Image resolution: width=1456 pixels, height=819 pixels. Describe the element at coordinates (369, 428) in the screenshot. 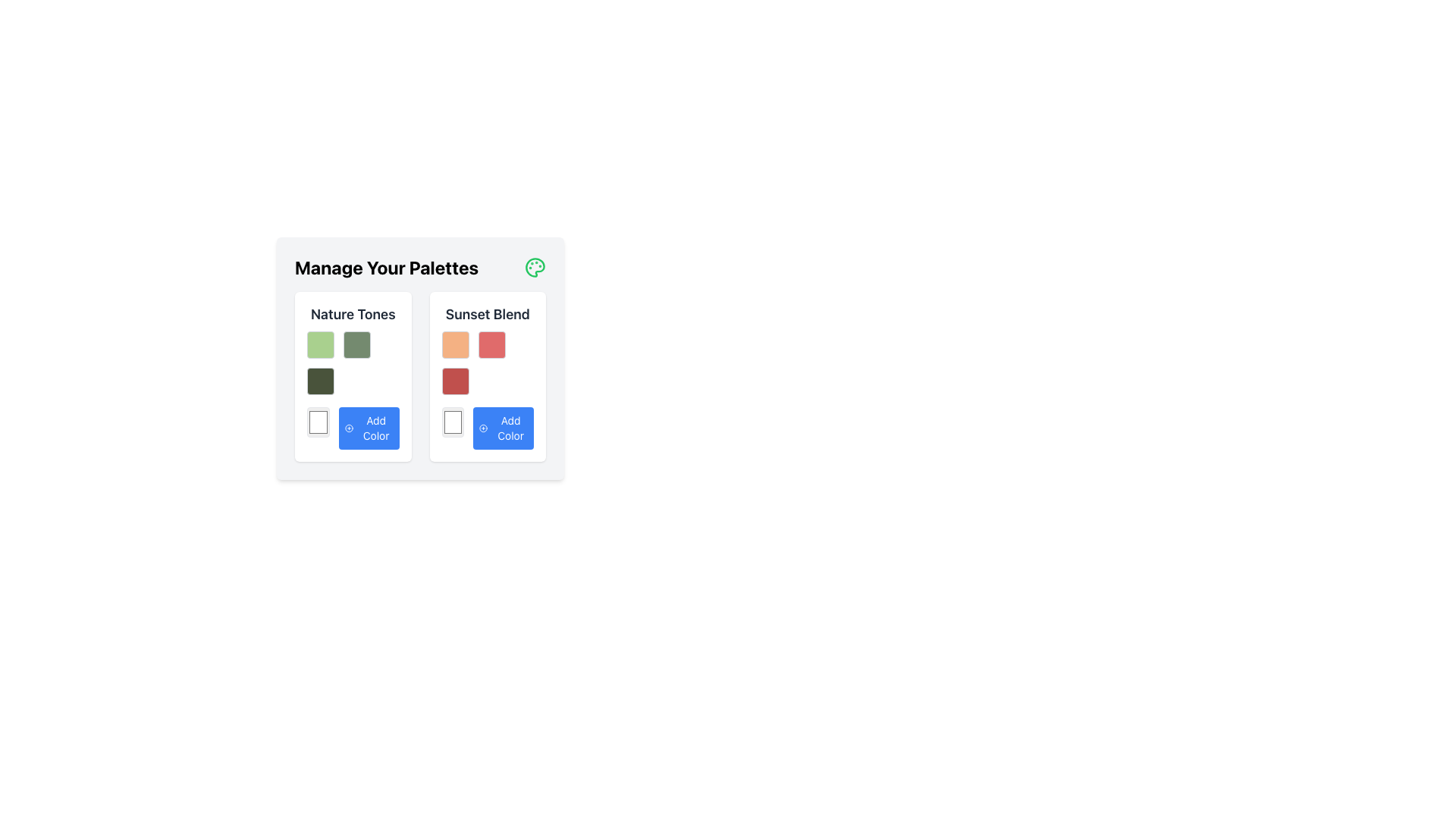

I see `the button located in the lower part of the 'Nature Tones' section` at that location.